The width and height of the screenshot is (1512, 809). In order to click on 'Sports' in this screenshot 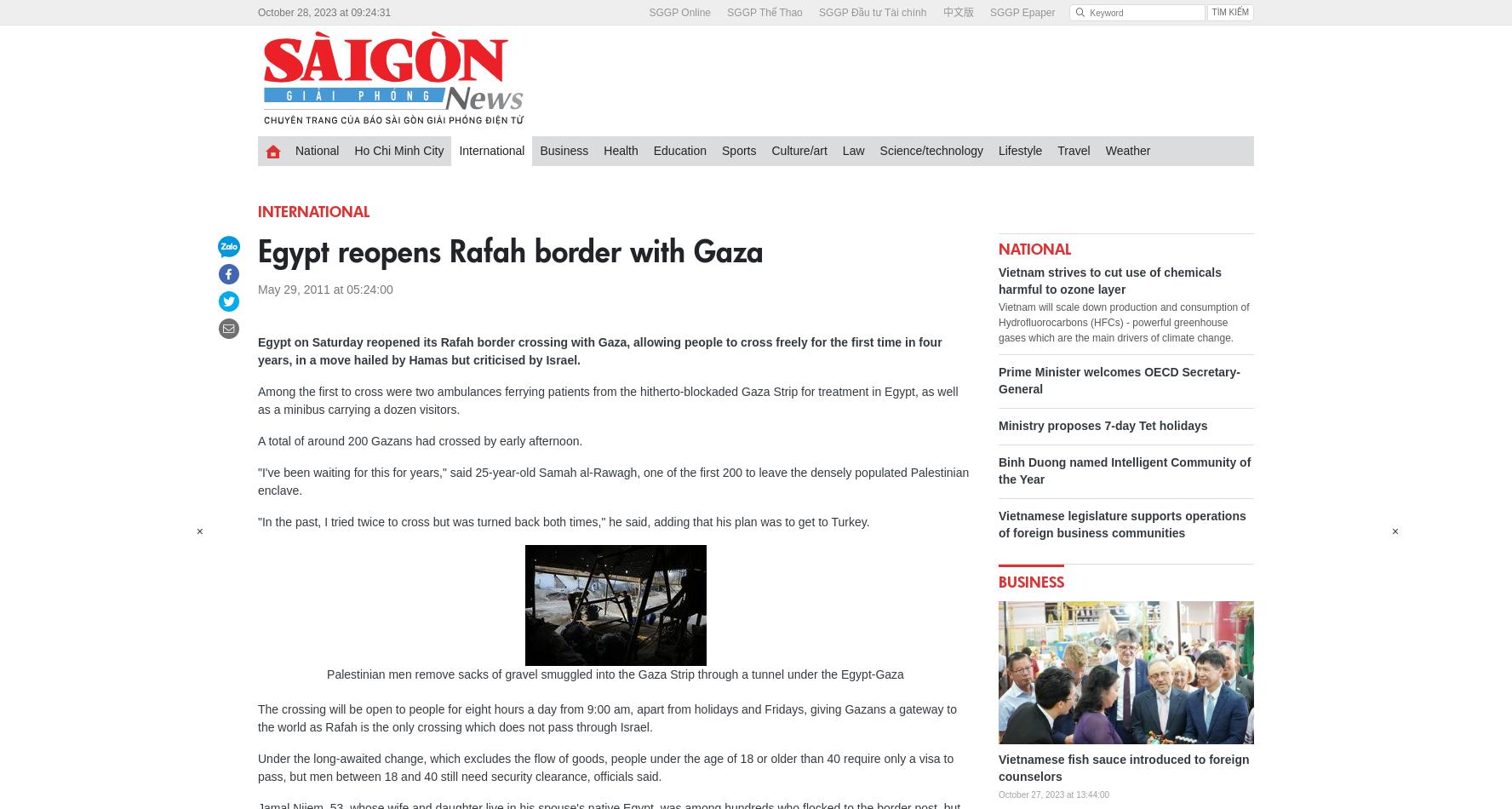, I will do `click(738, 150)`.